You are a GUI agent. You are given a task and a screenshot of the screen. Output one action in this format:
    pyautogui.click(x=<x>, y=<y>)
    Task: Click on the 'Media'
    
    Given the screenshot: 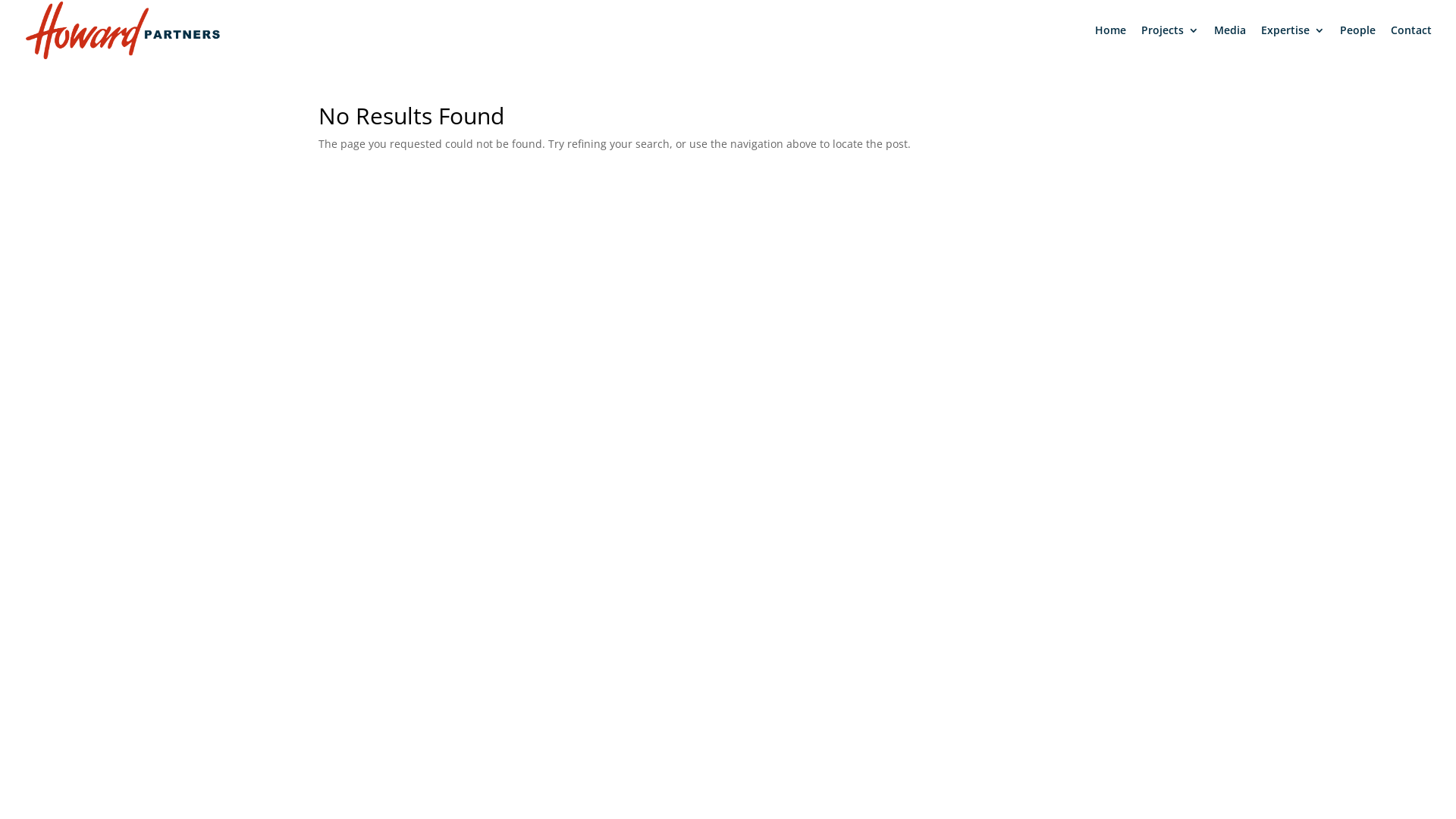 What is the action you would take?
    pyautogui.click(x=1230, y=42)
    